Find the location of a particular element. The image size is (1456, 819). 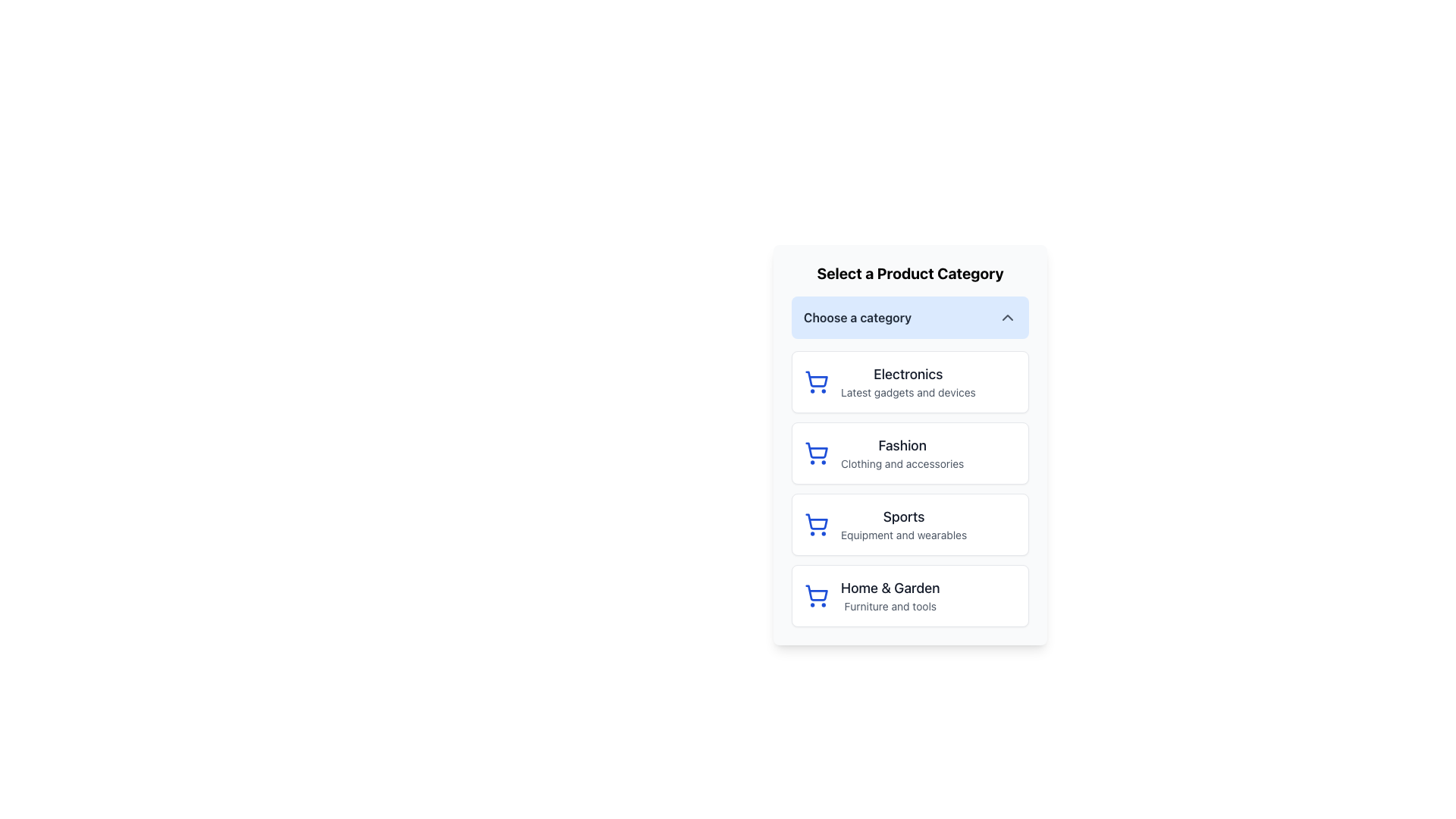

the shopping cart icon, which is a blue line drawing located to the left of the text within the 'Sports Equipment and wearables' card, the first icon in a horizontal layout is located at coordinates (815, 523).